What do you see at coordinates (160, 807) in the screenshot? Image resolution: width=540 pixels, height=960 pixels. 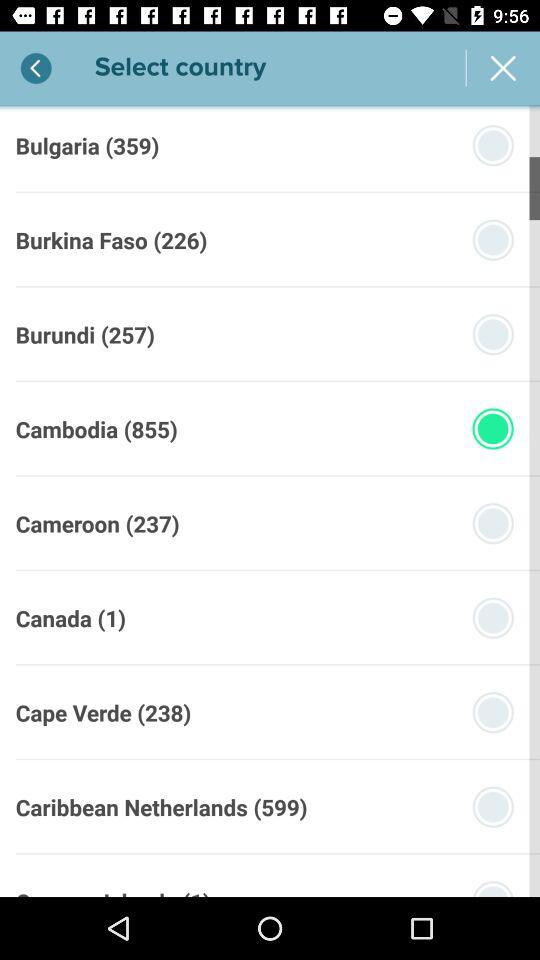 I see `the caribbean netherlands (599)` at bounding box center [160, 807].